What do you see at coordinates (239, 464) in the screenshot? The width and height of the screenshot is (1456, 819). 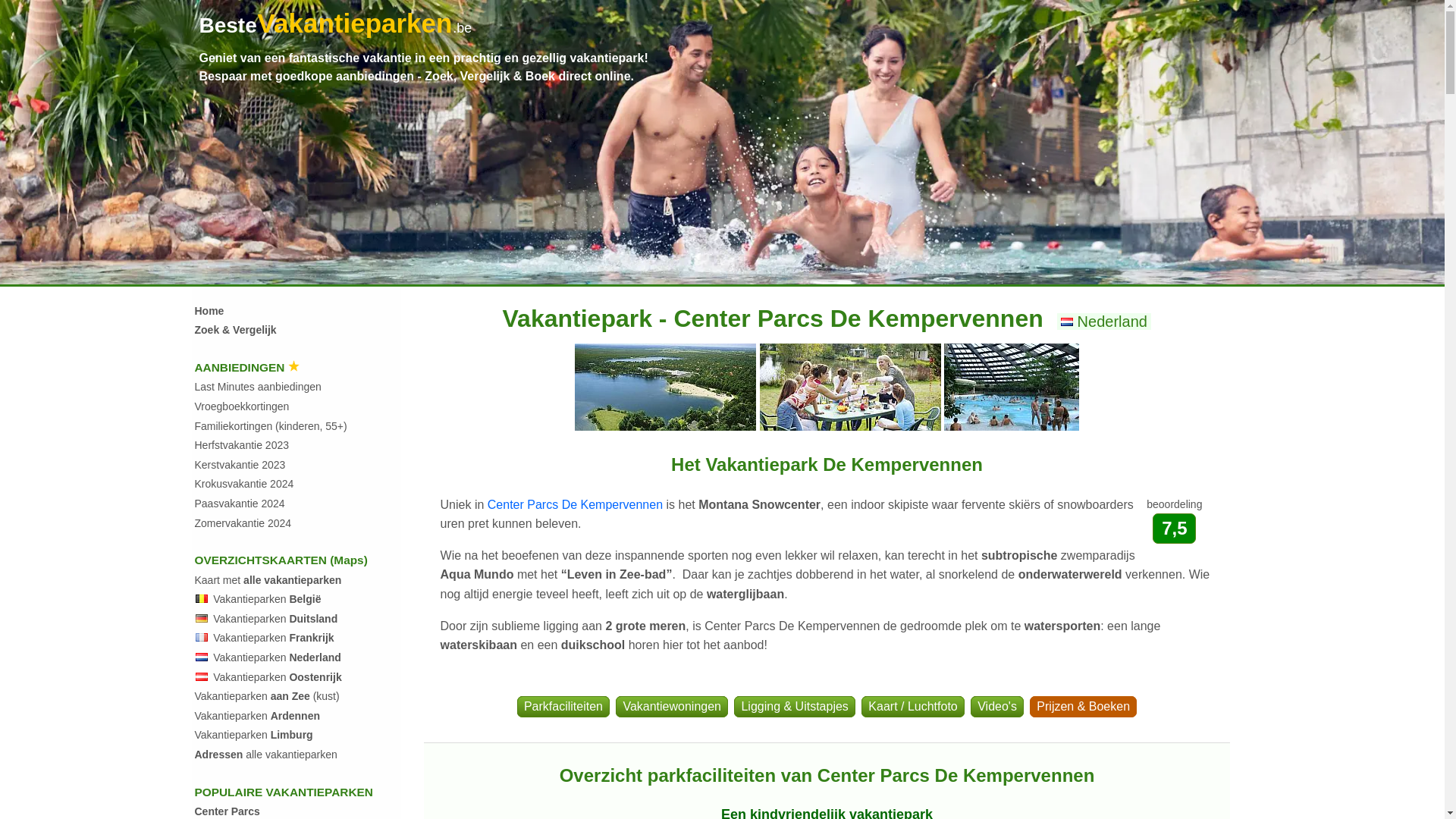 I see `'Kerstvakantie 2023'` at bounding box center [239, 464].